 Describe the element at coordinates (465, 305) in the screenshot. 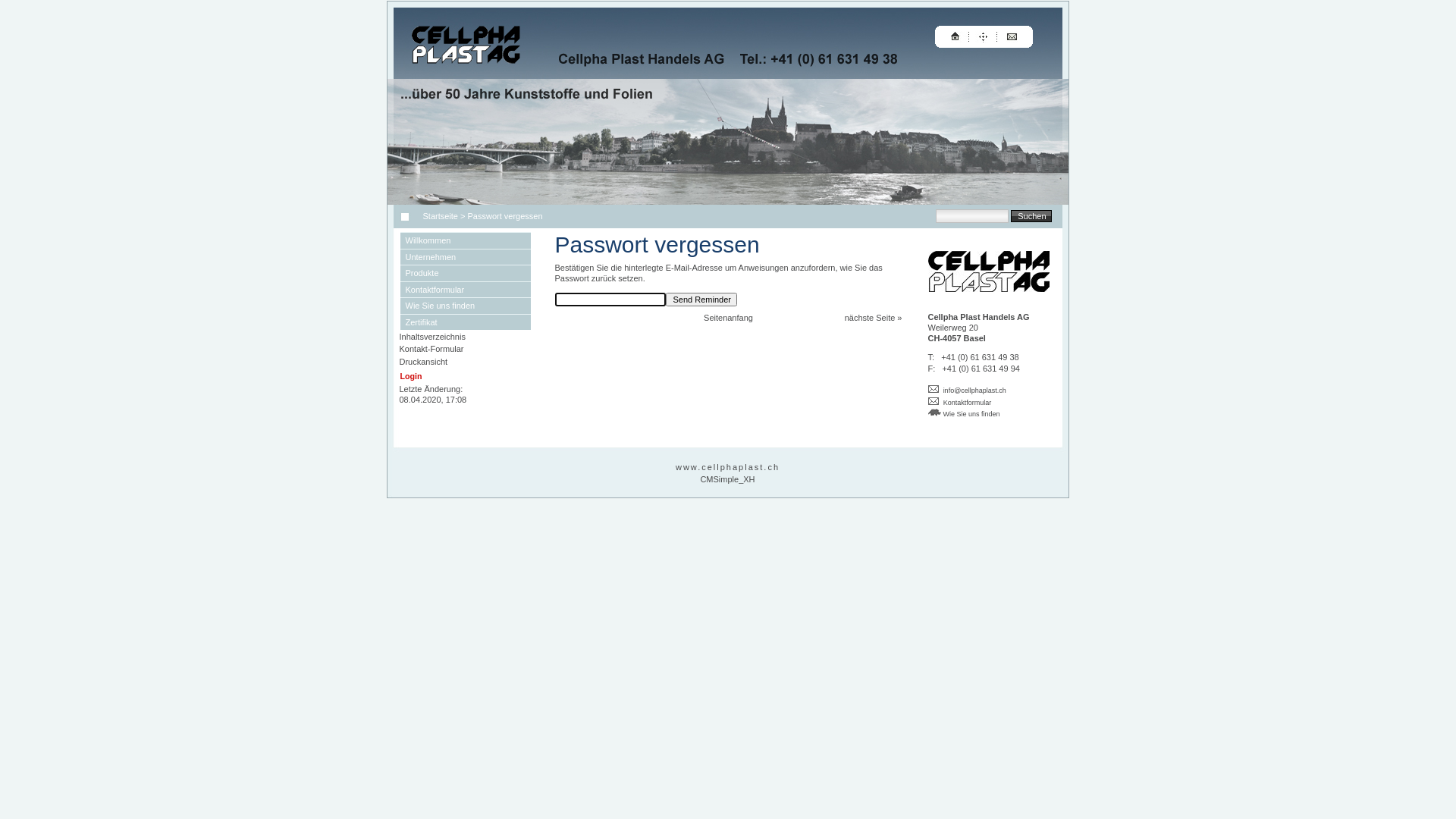

I see `'Wie Sie uns finden'` at that location.